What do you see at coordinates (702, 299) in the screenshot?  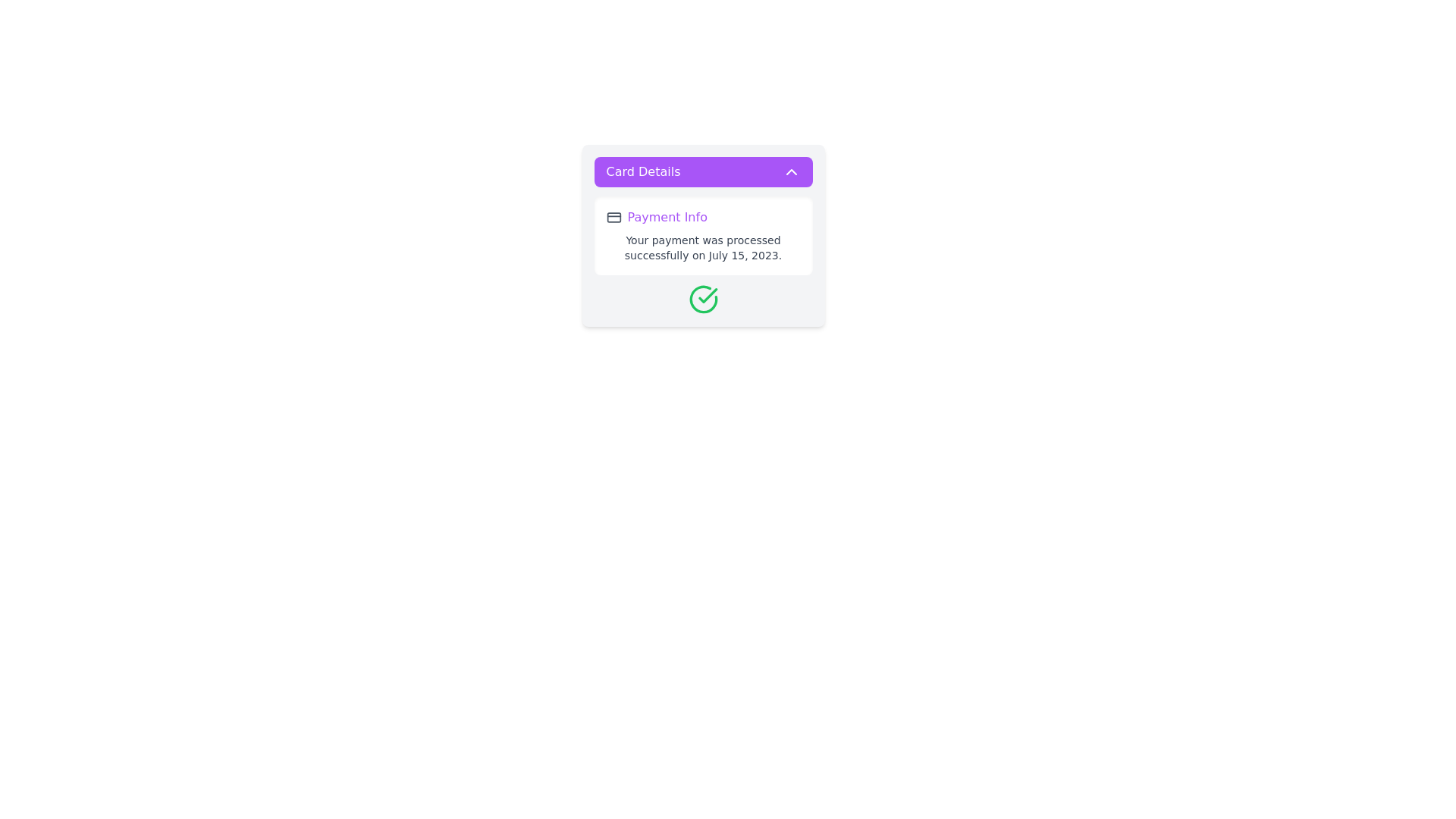 I see `the success icon located at the bottom center of the 'Card Details' component, which indicates a successful operation` at bounding box center [702, 299].